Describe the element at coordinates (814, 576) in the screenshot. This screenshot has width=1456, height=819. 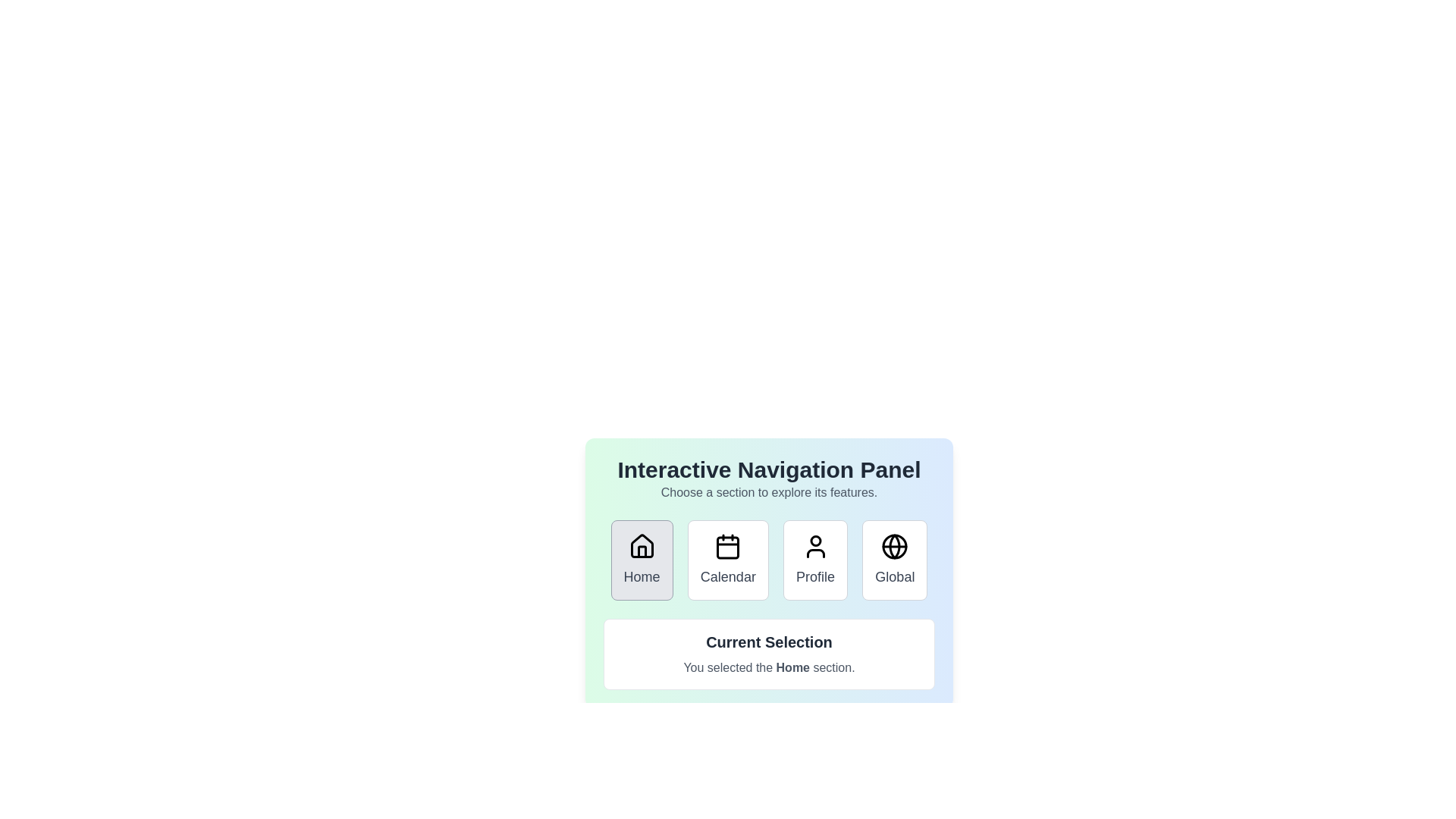
I see `the 'Profile' text label in the navigation panel, which is the third section following 'Home' and 'Calendar'` at that location.